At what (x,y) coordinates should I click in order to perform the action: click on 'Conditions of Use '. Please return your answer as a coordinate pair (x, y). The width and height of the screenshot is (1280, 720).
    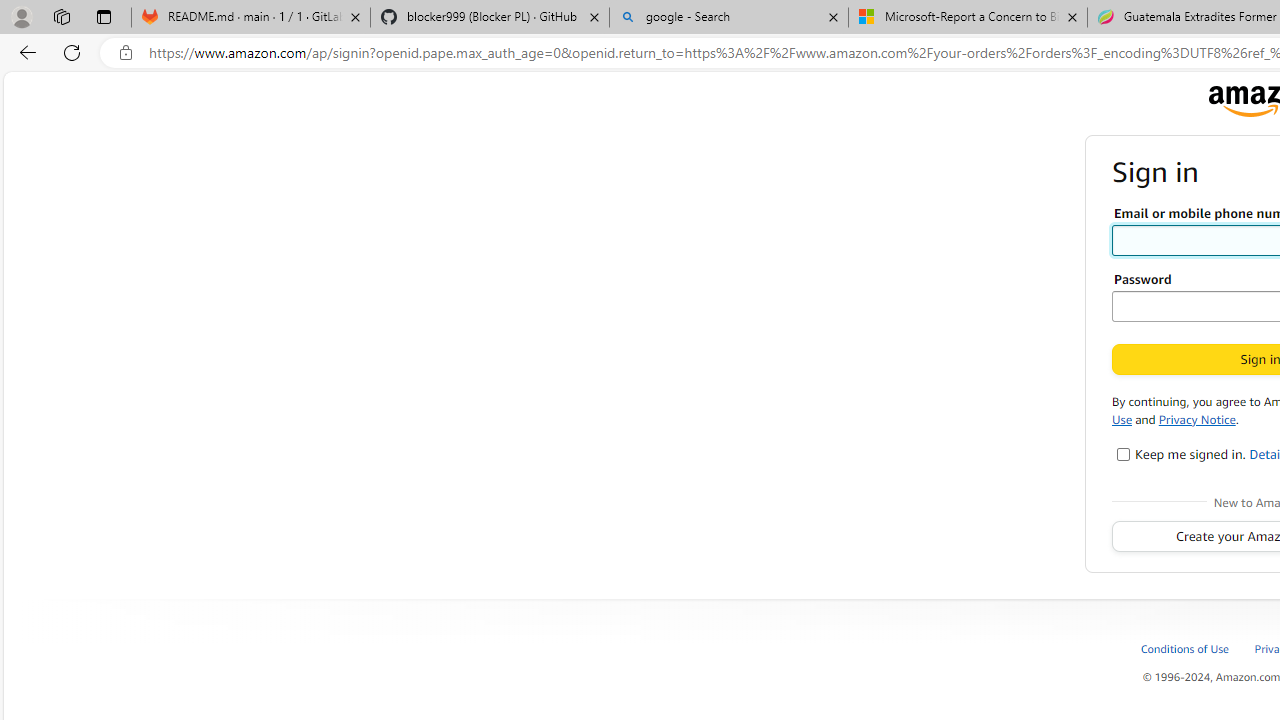
    Looking at the image, I should click on (1185, 648).